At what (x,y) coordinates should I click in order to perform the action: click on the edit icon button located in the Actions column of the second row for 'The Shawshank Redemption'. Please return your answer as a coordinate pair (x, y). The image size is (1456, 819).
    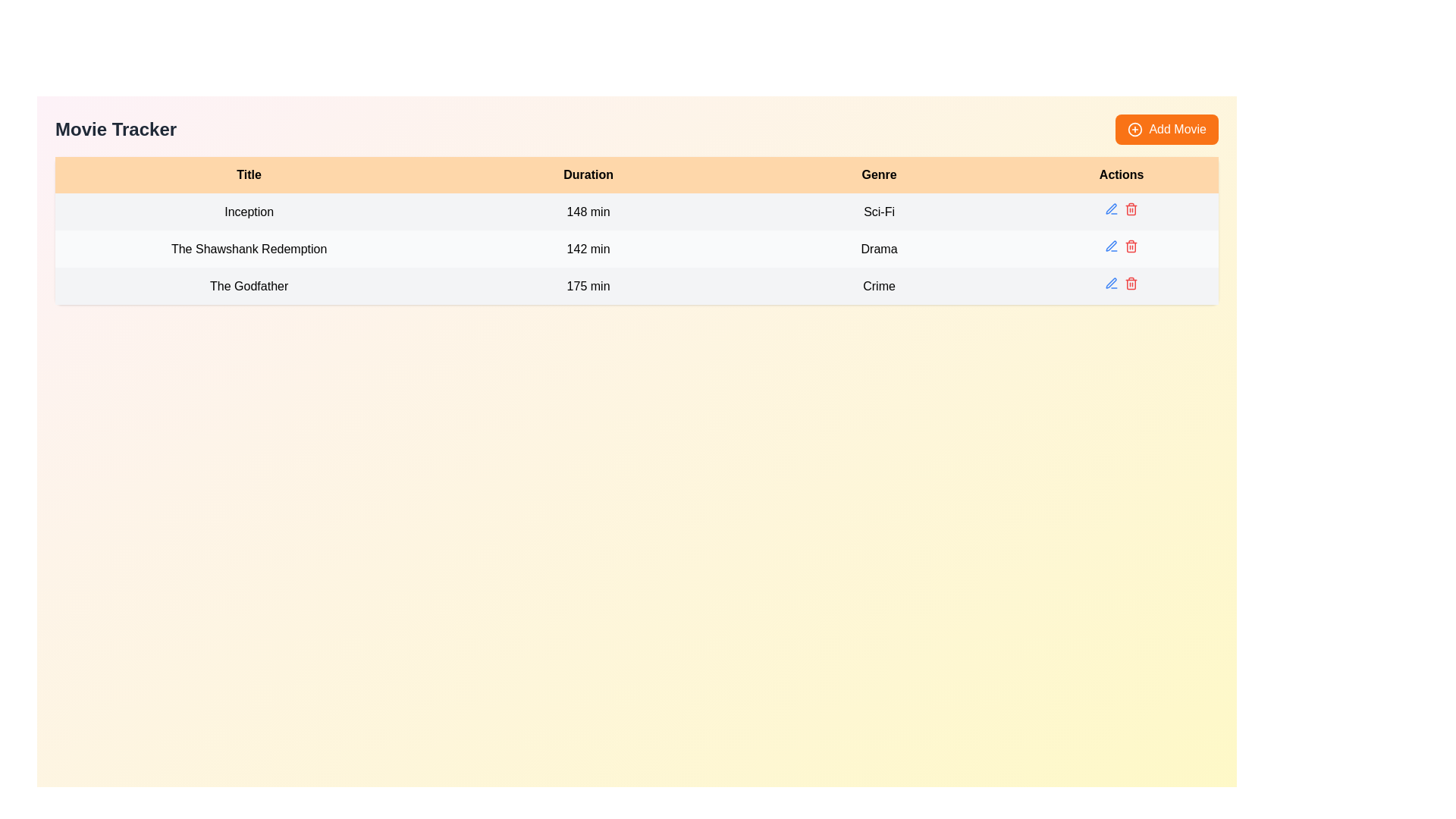
    Looking at the image, I should click on (1111, 245).